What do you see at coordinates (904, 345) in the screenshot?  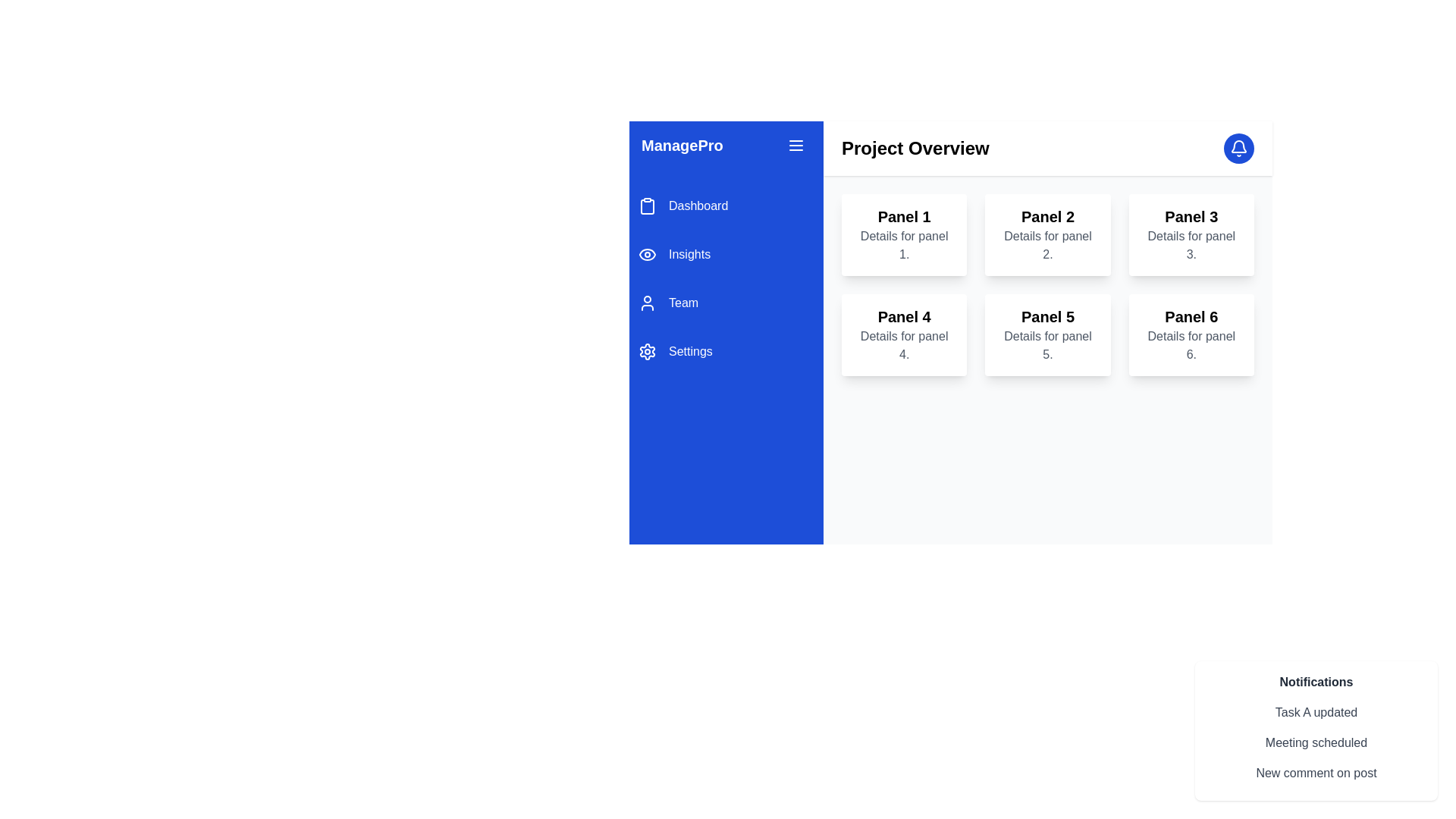 I see `the descriptive text label located in the bottom part of the card titled 'Panel 4', which is positioned in the second row, first column of the grid layout` at bounding box center [904, 345].